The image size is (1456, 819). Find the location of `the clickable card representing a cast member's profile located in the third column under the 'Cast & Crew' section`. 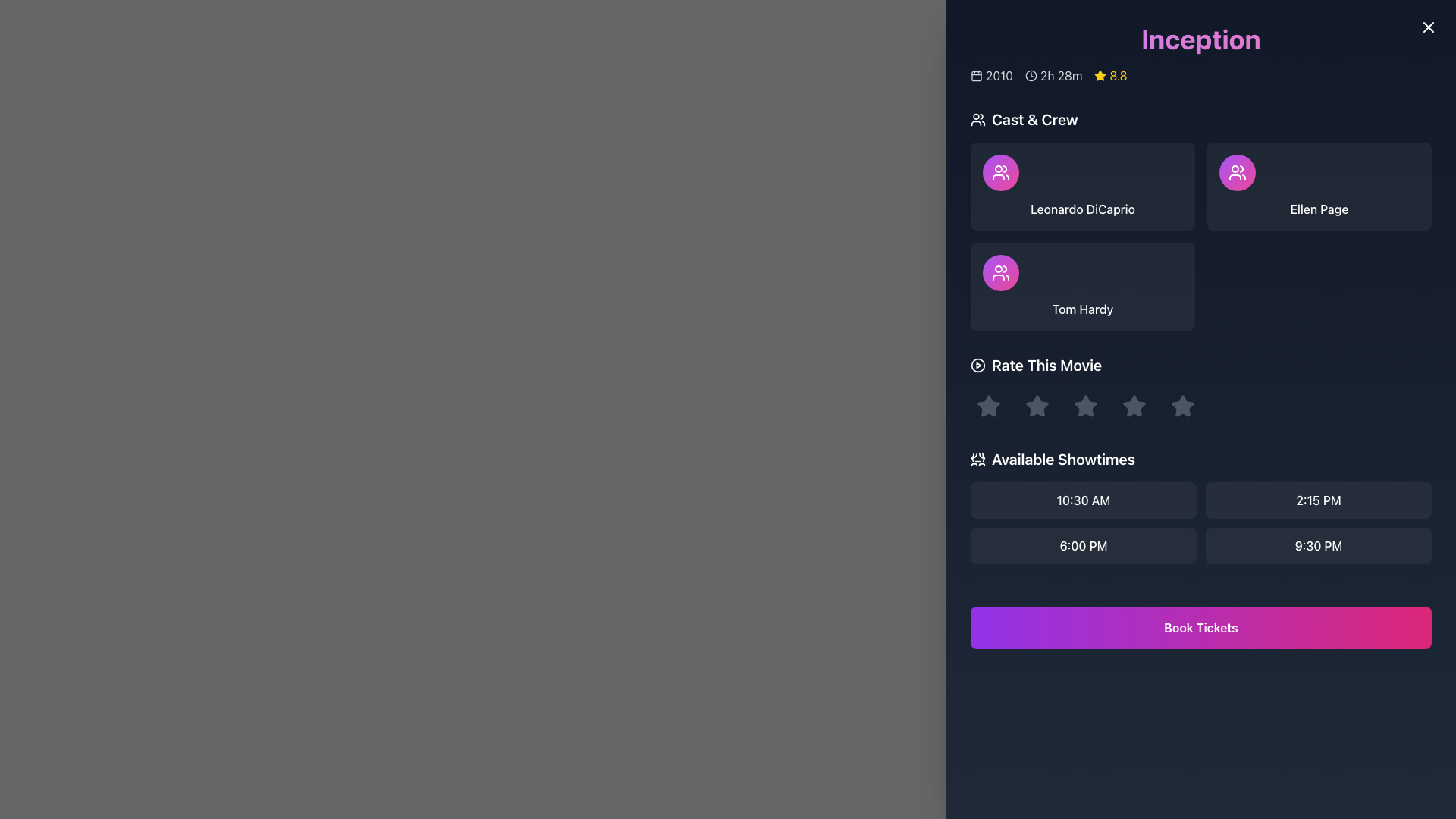

the clickable card representing a cast member's profile located in the third column under the 'Cast & Crew' section is located at coordinates (1082, 287).